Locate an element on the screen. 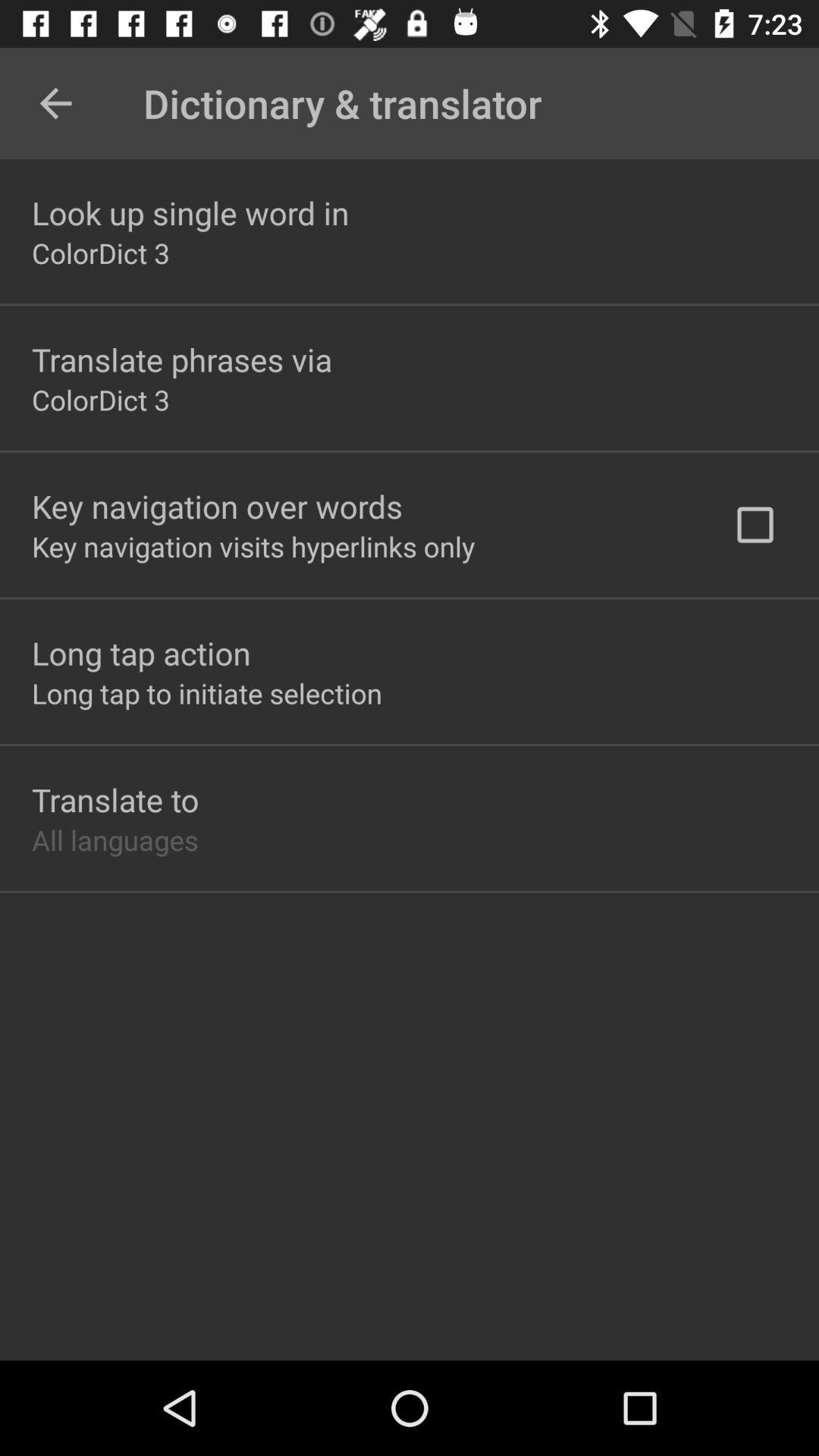  the icon on the right is located at coordinates (755, 525).